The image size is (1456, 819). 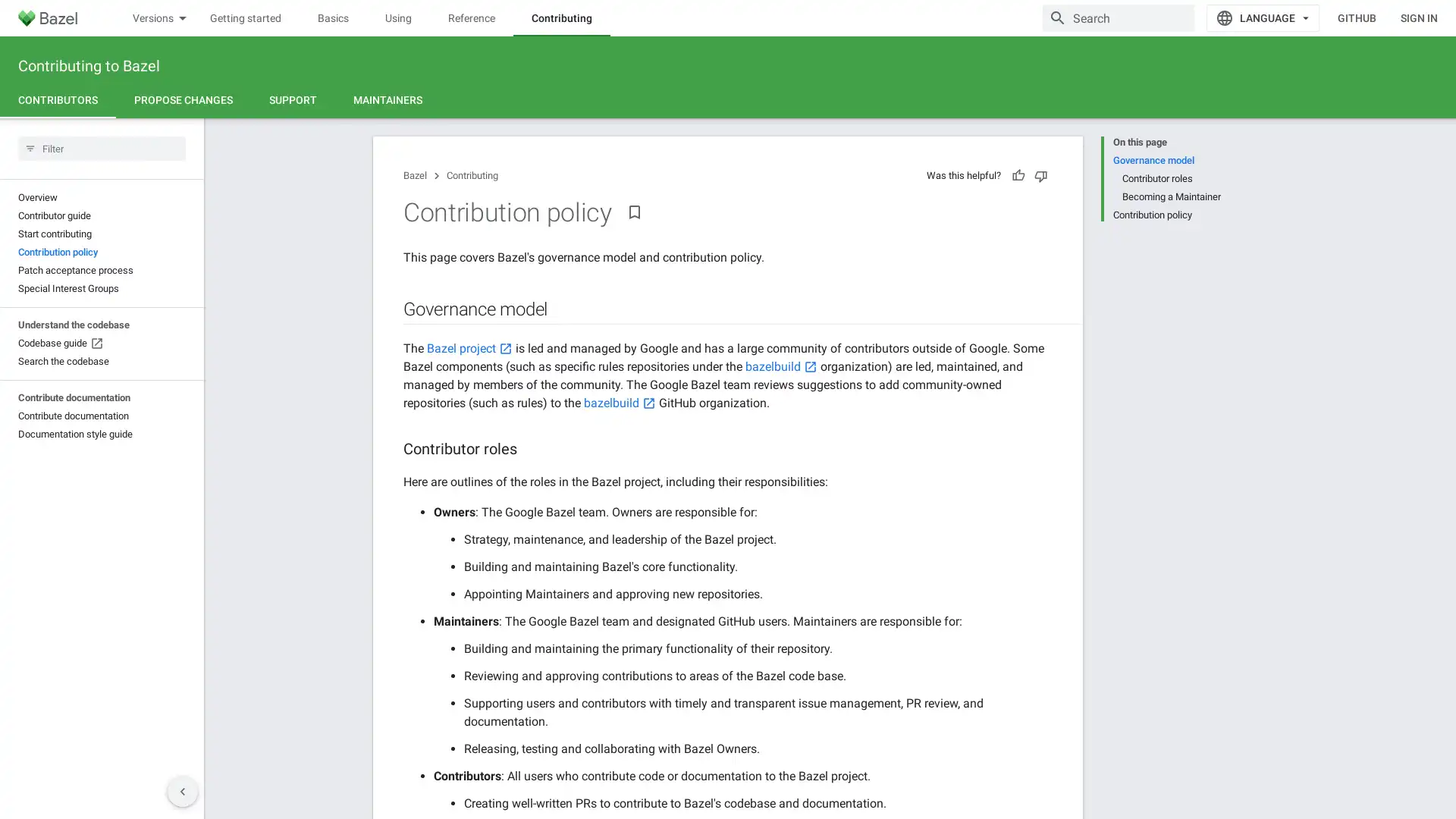 I want to click on Not helpful, so click(x=1040, y=174).